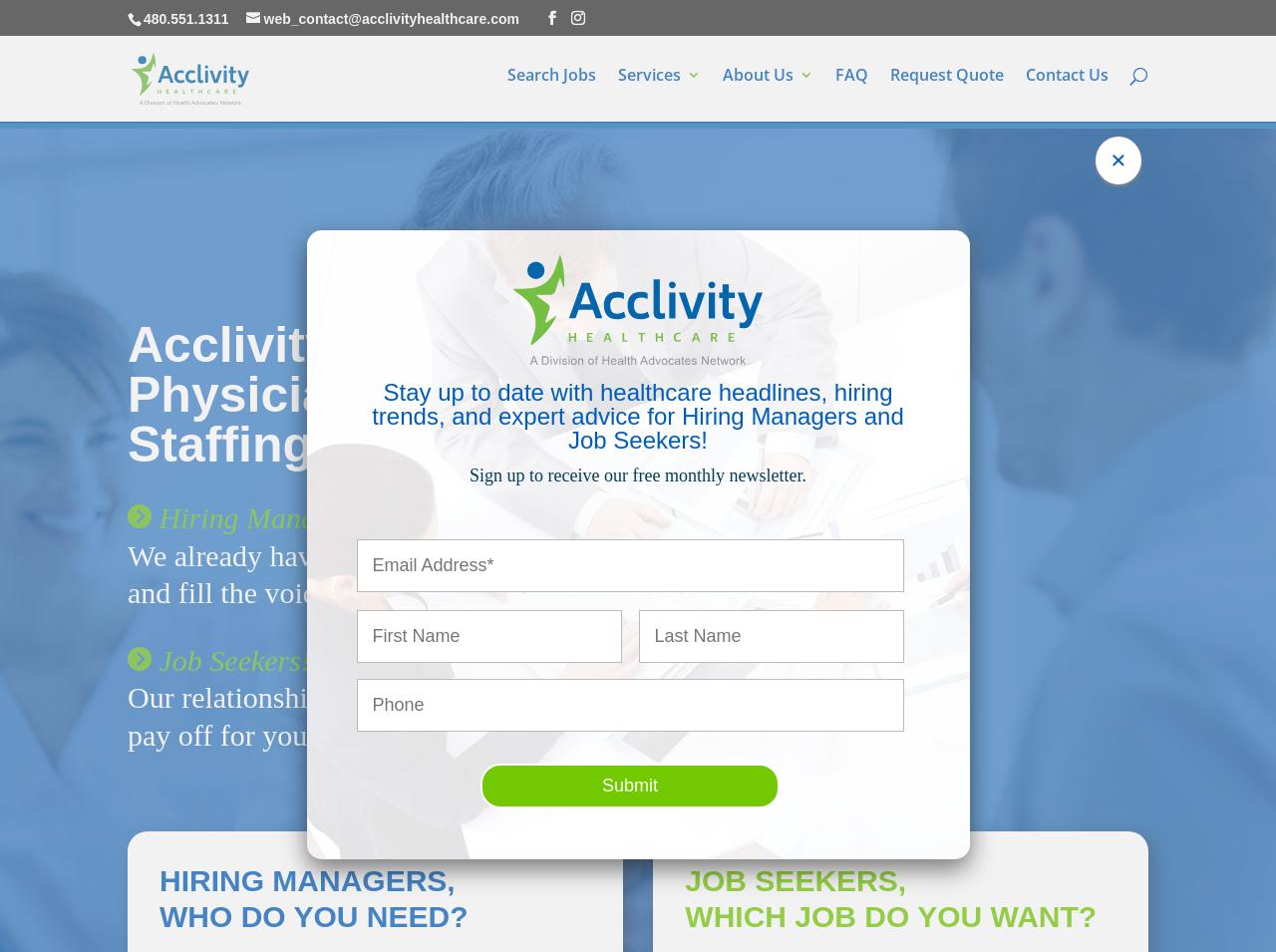  What do you see at coordinates (520, 394) in the screenshot?
I see `'Acclivity Healthcare Hospital and Physician Office Recruiting and Staffing'` at bounding box center [520, 394].